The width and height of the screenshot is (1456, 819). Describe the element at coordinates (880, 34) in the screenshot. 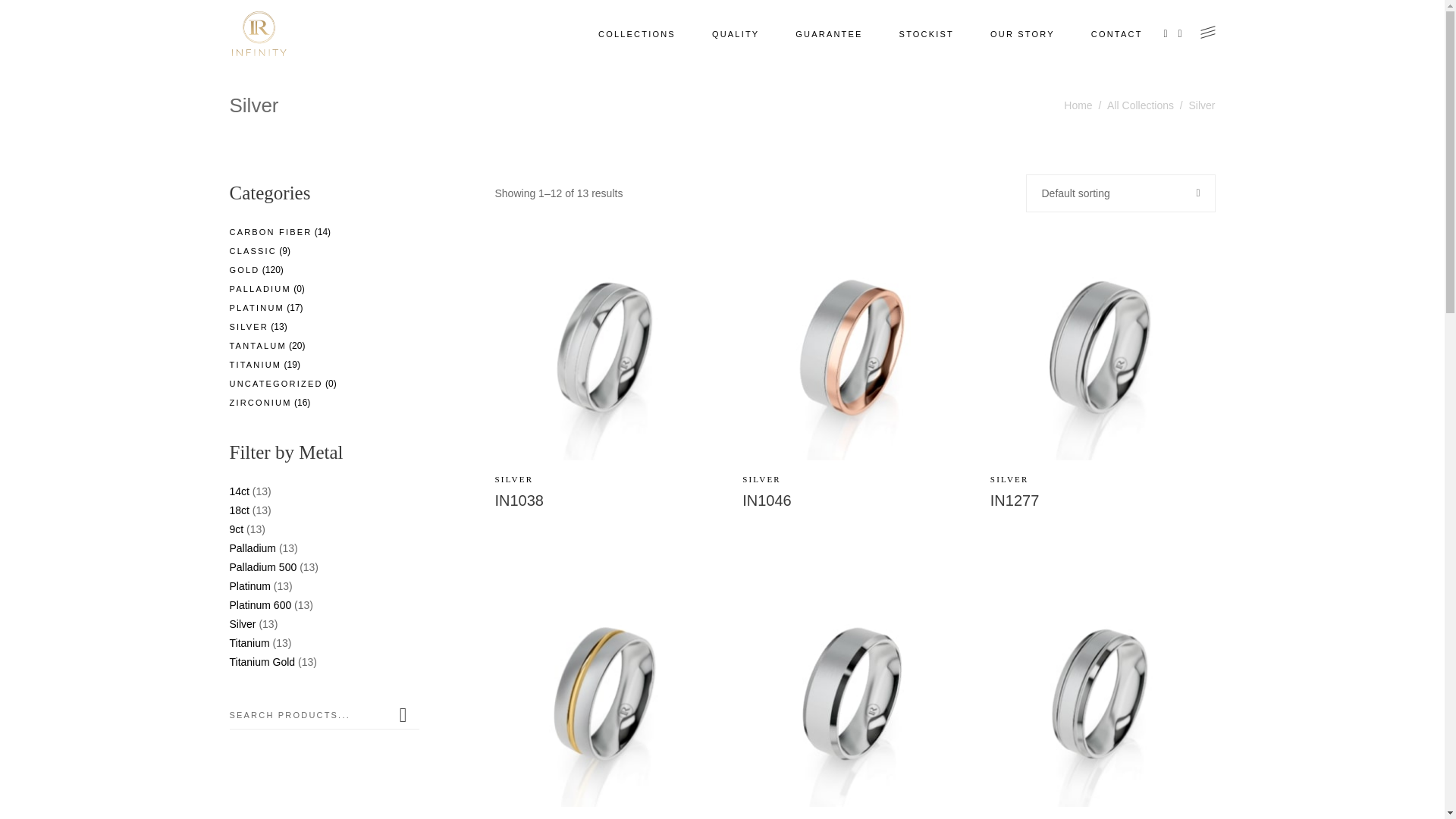

I see `'STOCKIST'` at that location.